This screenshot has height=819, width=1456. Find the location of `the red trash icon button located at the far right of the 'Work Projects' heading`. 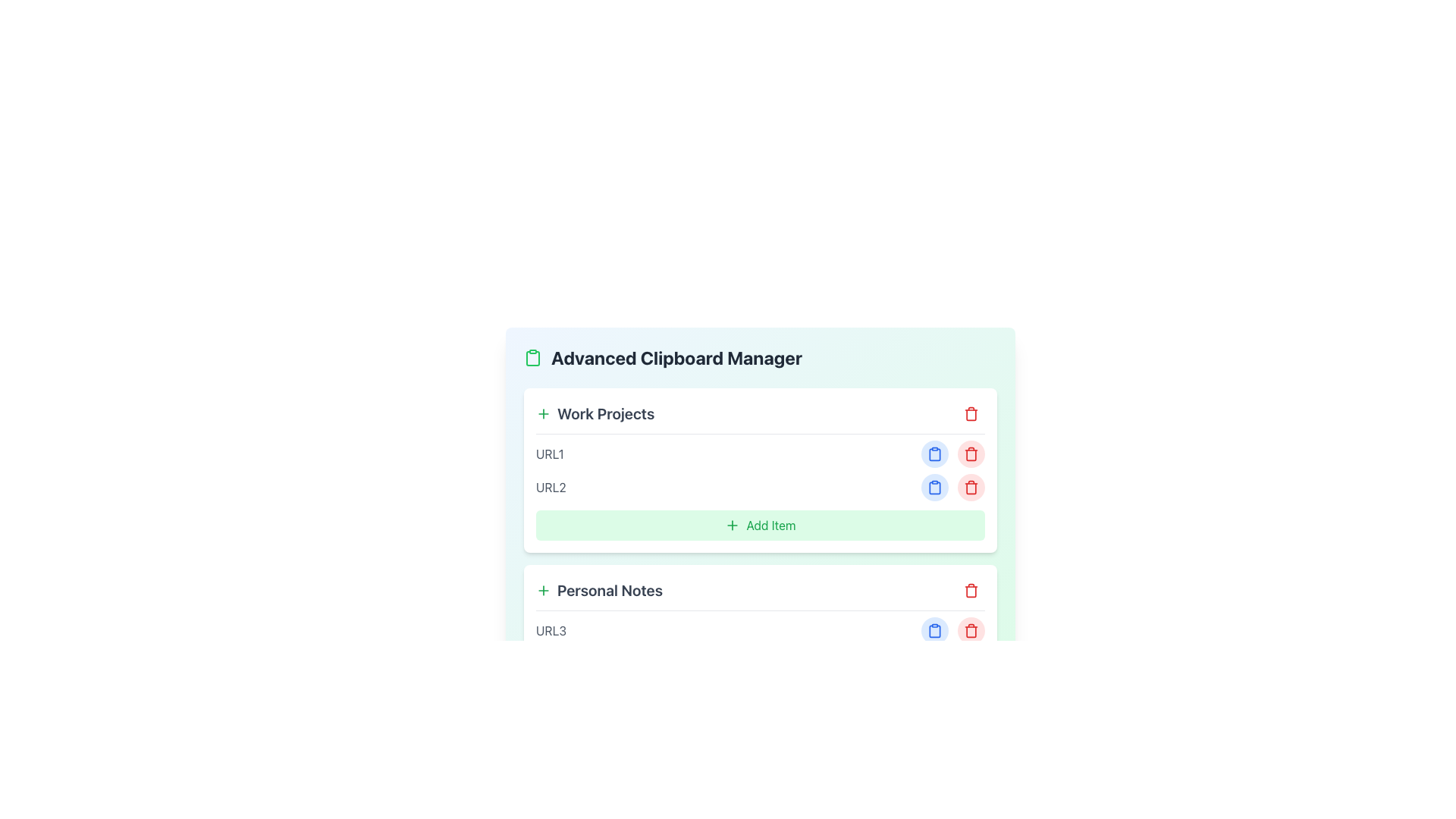

the red trash icon button located at the far right of the 'Work Projects' heading is located at coordinates (971, 414).